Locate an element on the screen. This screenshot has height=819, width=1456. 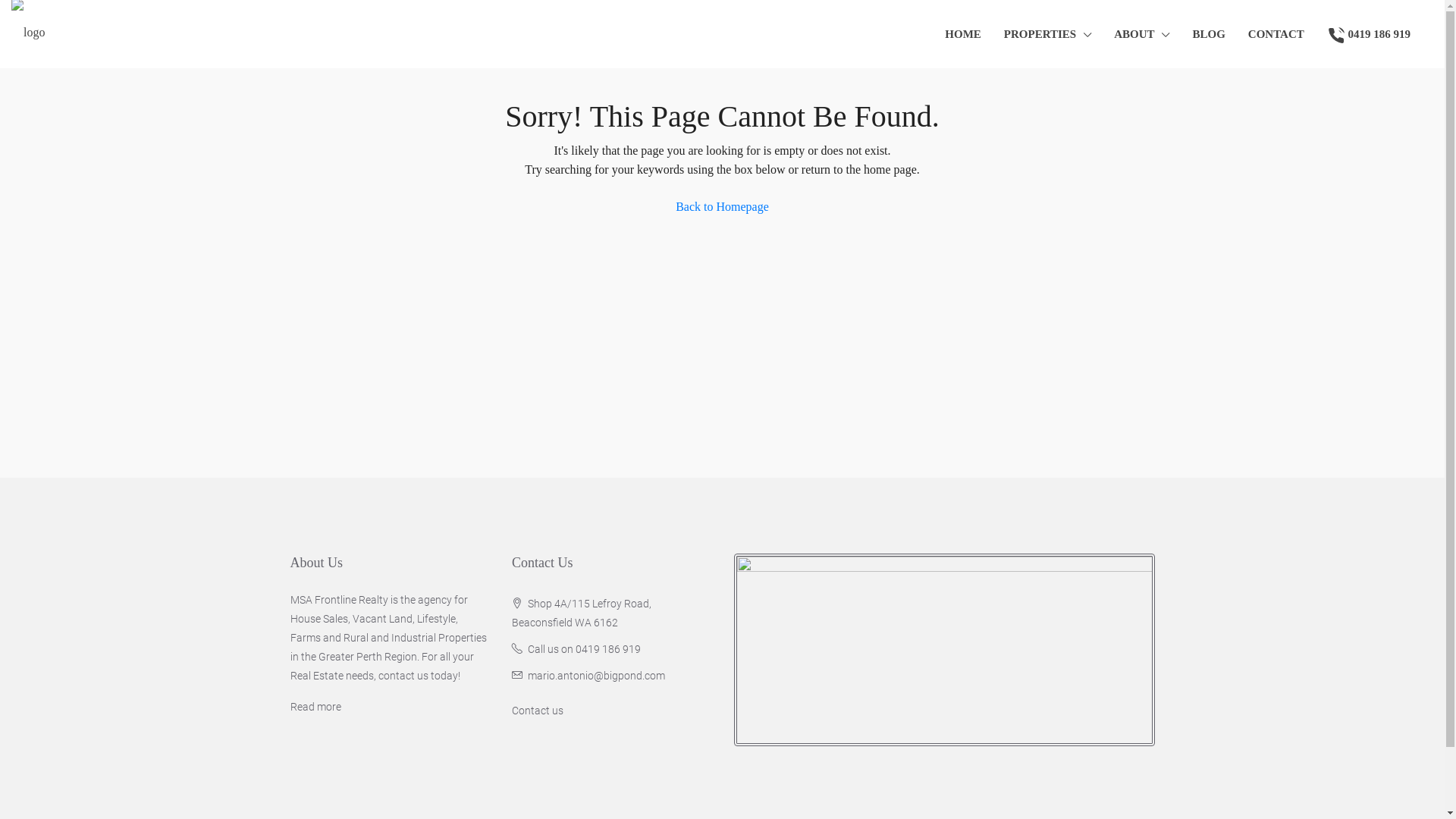
'Contact us' is located at coordinates (538, 711).